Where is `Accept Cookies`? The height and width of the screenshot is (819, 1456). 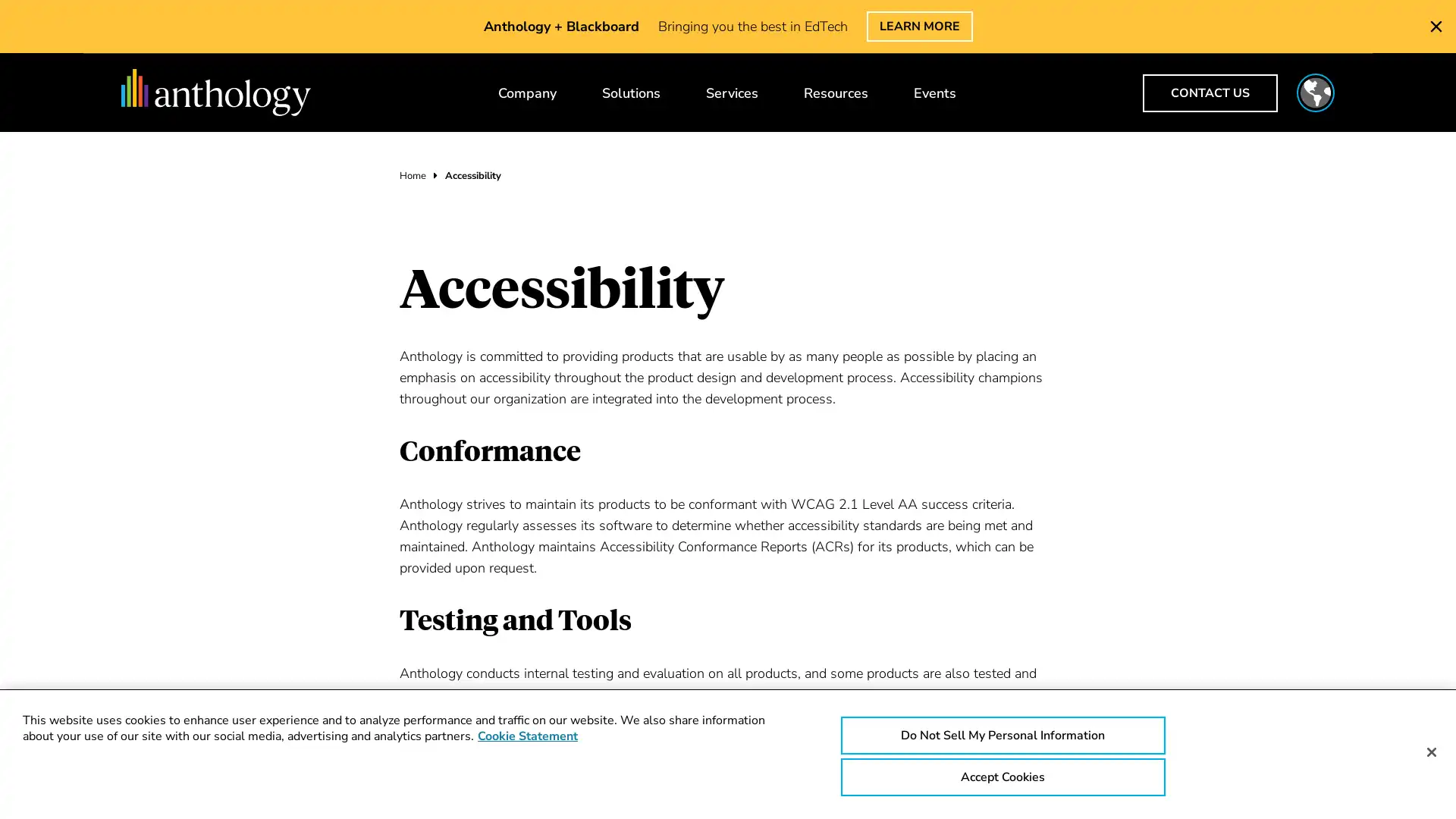
Accept Cookies is located at coordinates (1002, 777).